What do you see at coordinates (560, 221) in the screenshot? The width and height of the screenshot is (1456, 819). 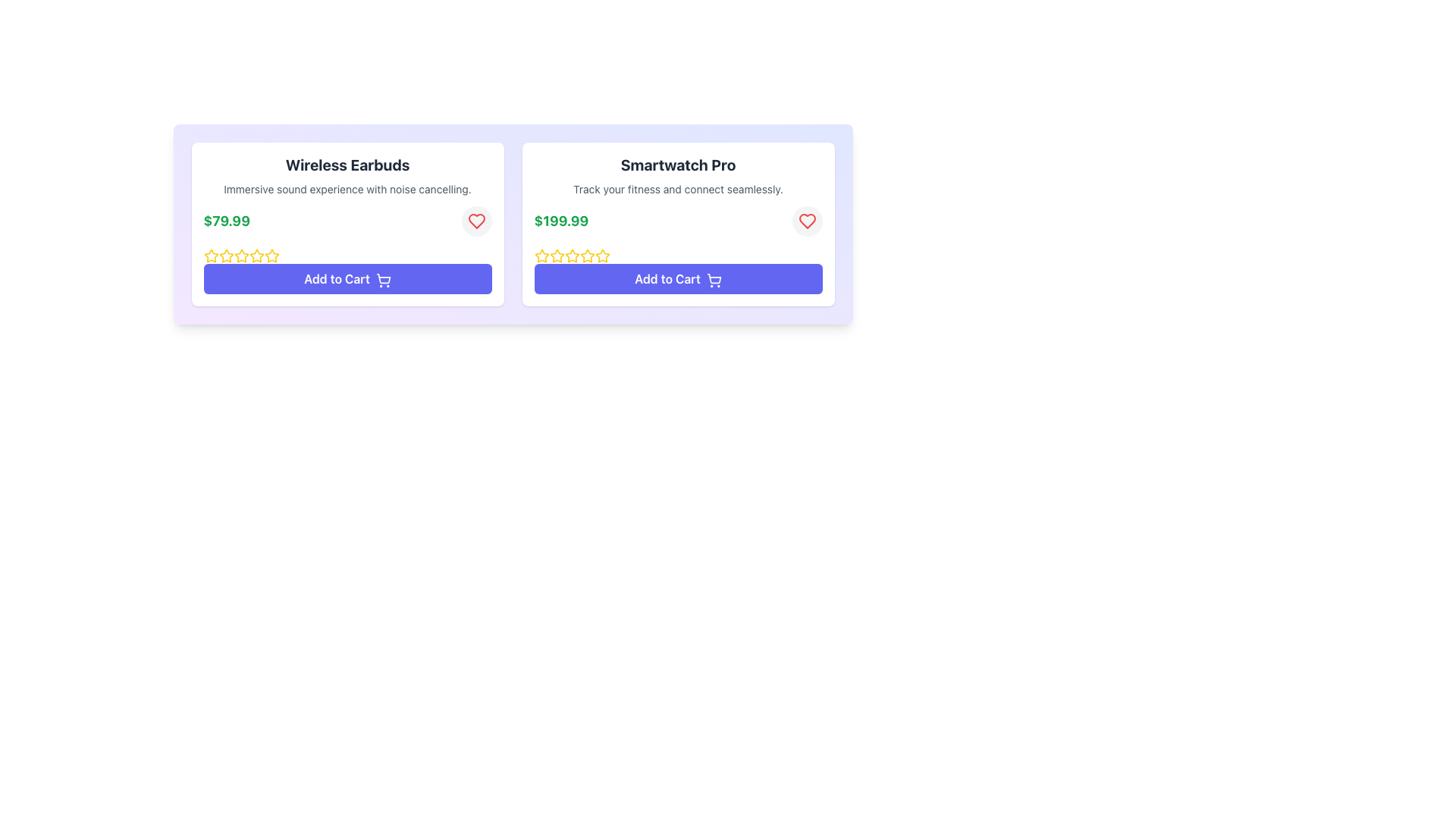 I see `the bold green price label displaying '$199.99' located in the 'Smartwatch Pro' product card, positioned in the center of the card` at bounding box center [560, 221].